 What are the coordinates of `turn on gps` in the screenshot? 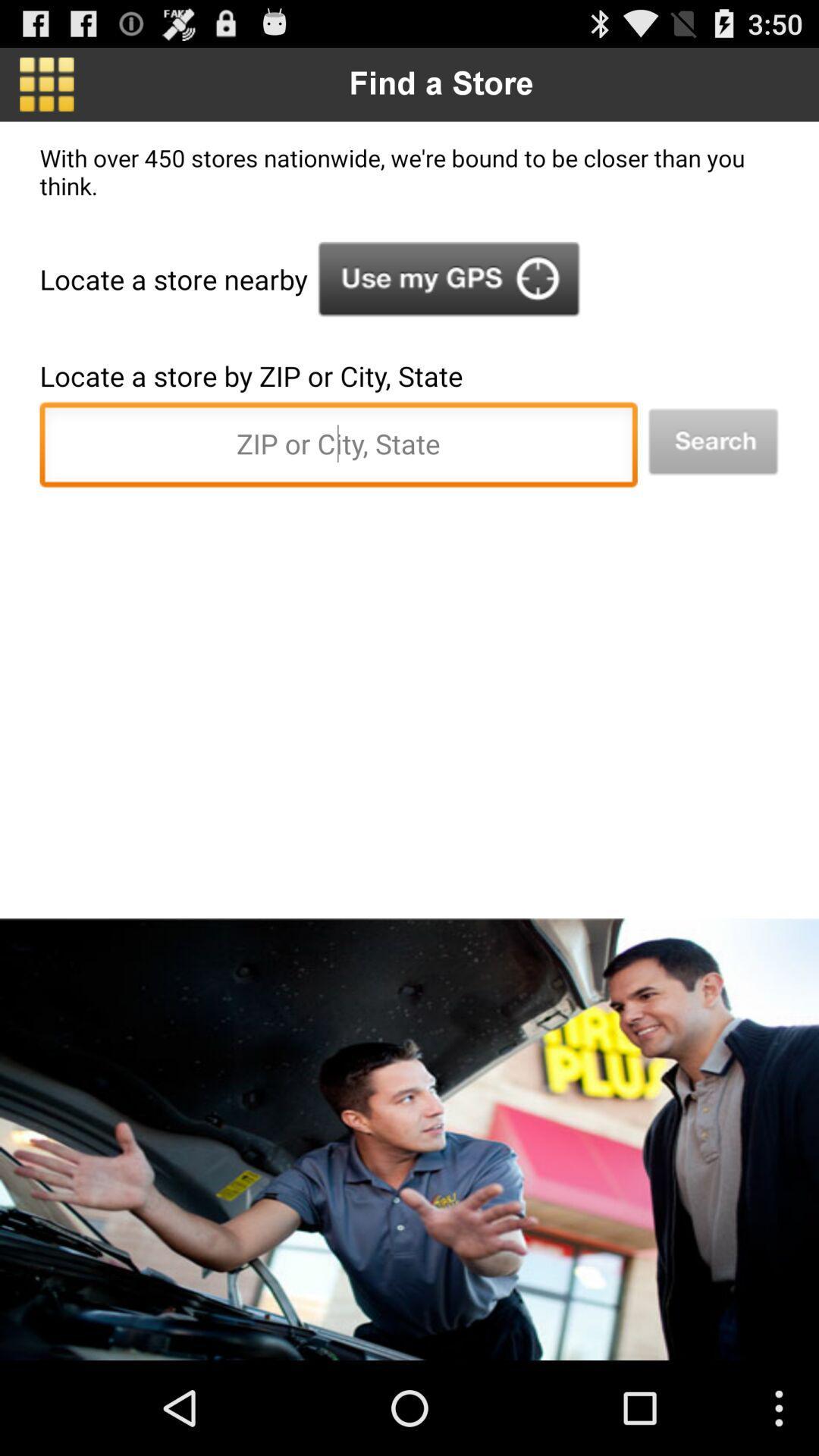 It's located at (448, 279).